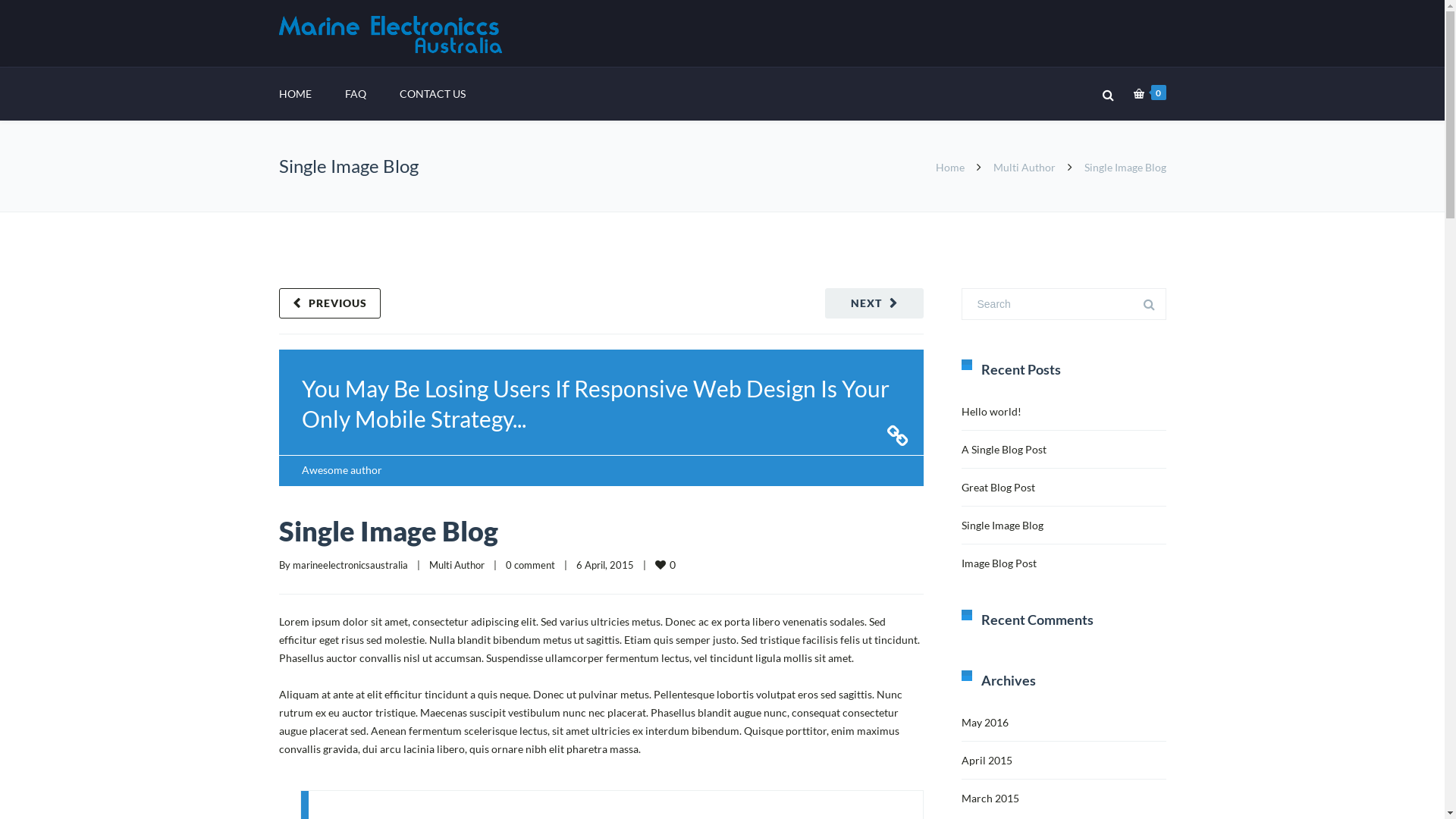  What do you see at coordinates (529, 564) in the screenshot?
I see `'0 comment'` at bounding box center [529, 564].